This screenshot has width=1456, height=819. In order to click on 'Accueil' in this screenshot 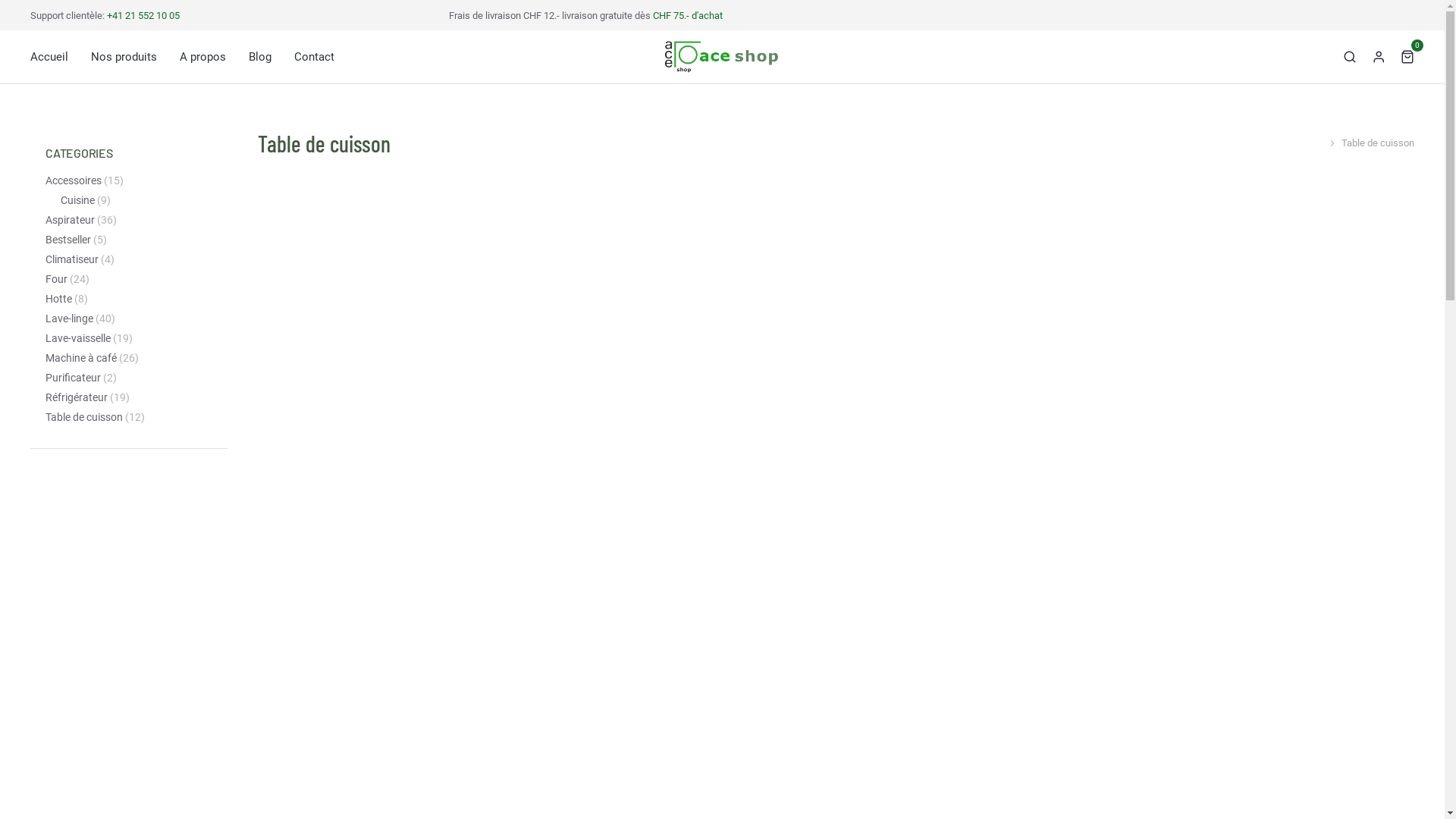, I will do `click(49, 55)`.